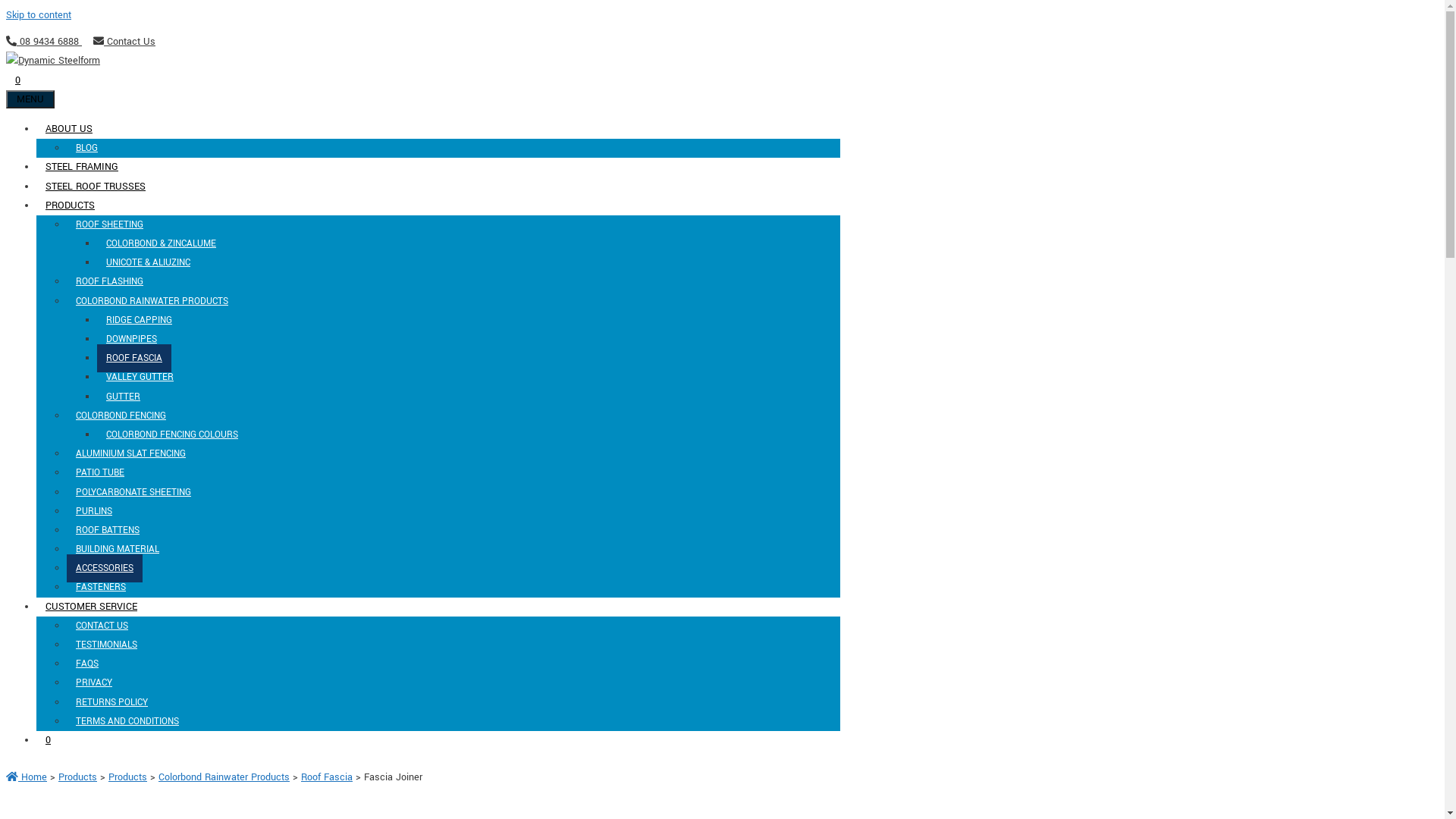  What do you see at coordinates (156, 301) in the screenshot?
I see `'COLORBOND RAINWATER PRODUCTS'` at bounding box center [156, 301].